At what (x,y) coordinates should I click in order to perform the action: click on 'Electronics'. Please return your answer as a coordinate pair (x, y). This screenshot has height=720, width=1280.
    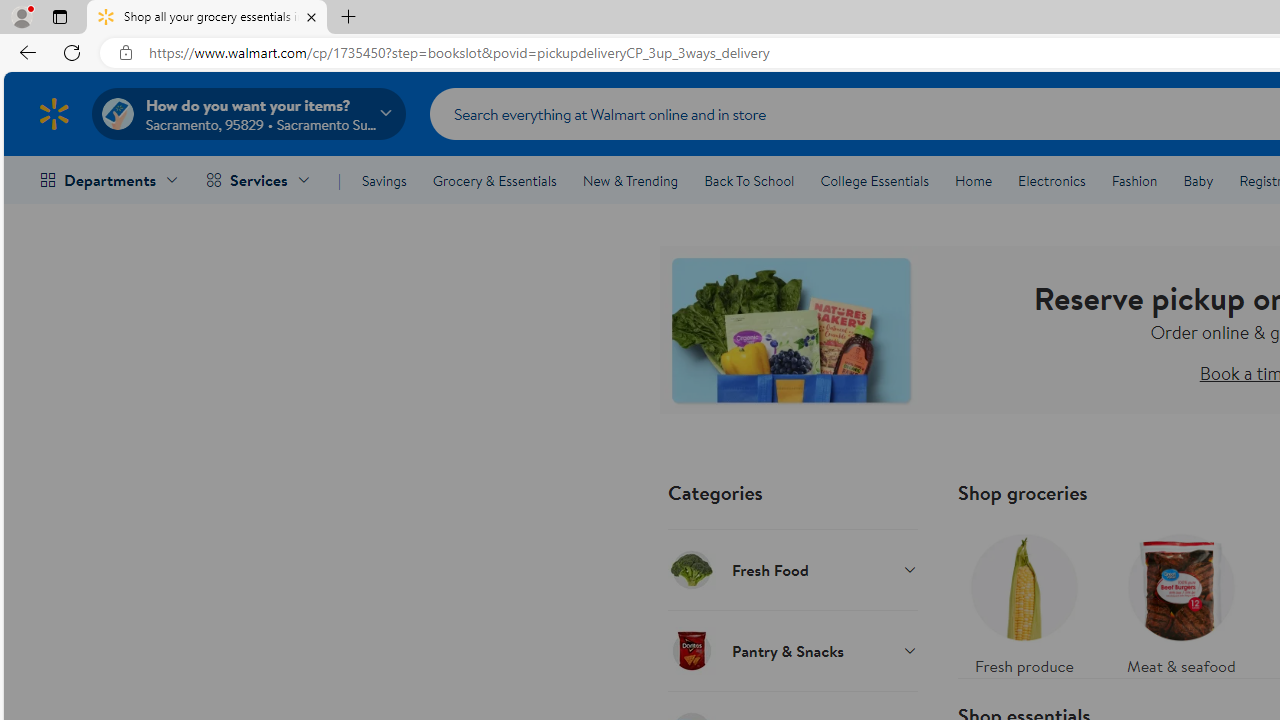
    Looking at the image, I should click on (1050, 181).